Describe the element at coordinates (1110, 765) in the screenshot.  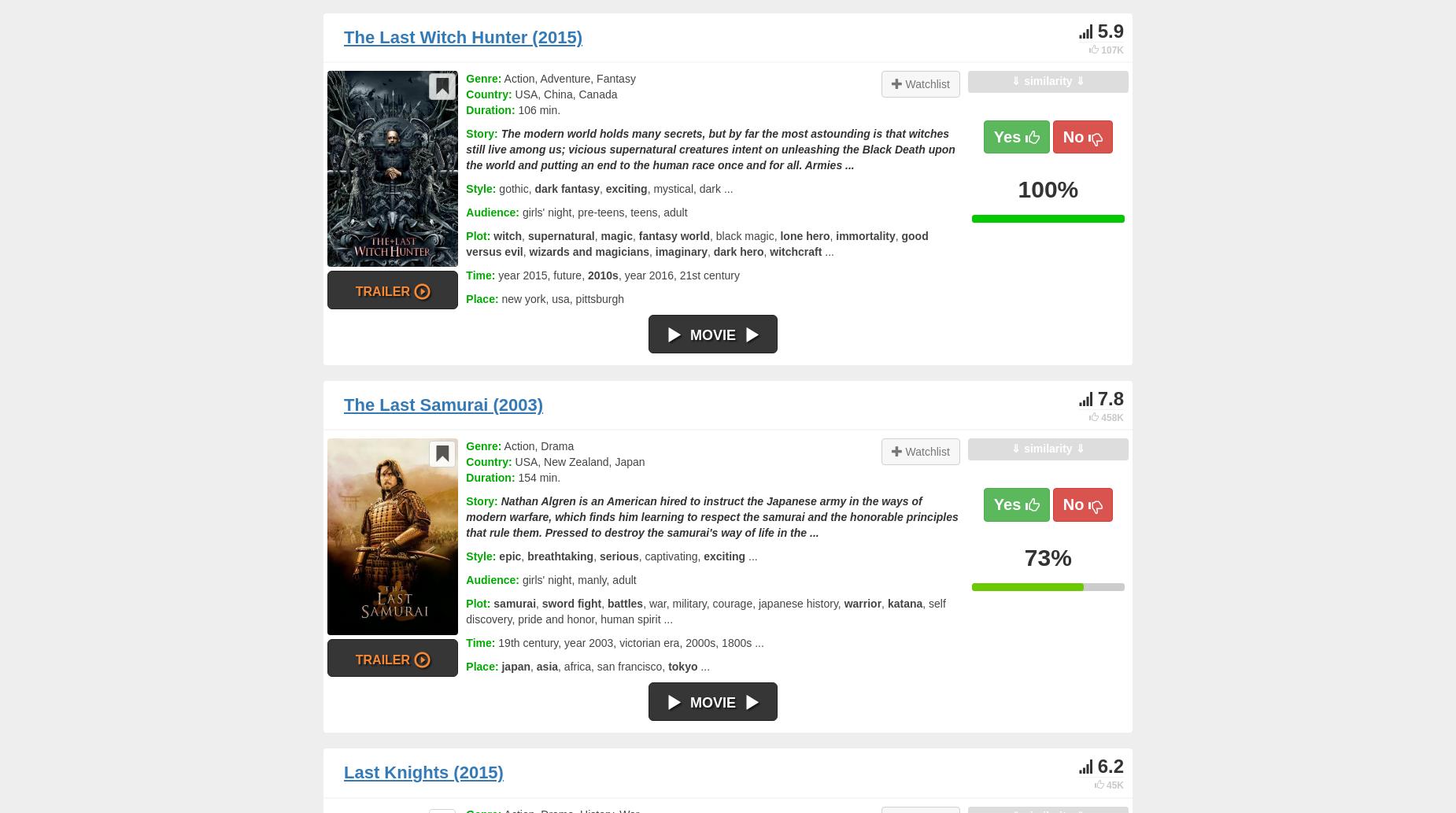
I see `'6.2'` at that location.